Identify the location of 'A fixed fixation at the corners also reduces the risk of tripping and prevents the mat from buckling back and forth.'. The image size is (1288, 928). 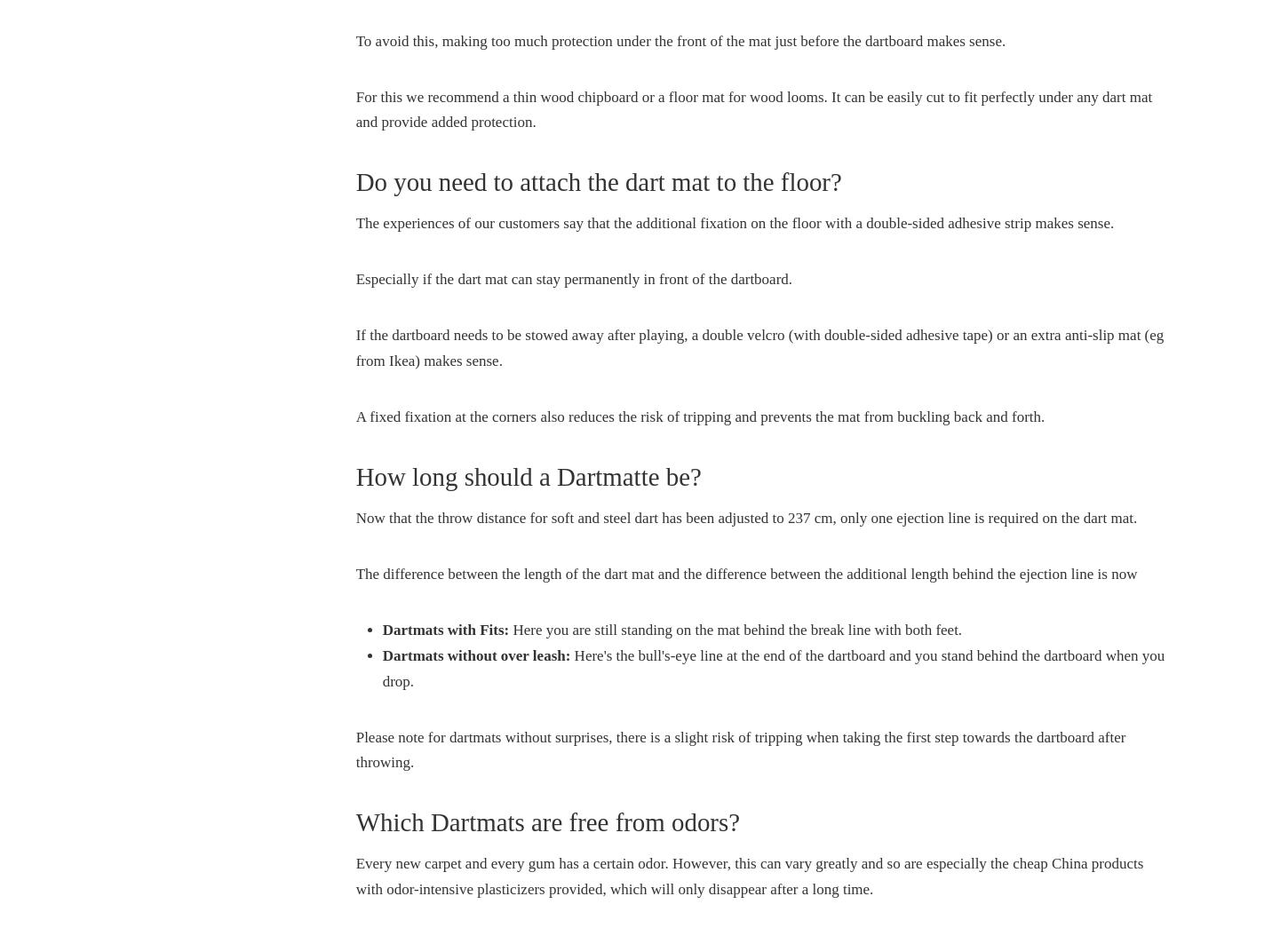
(354, 416).